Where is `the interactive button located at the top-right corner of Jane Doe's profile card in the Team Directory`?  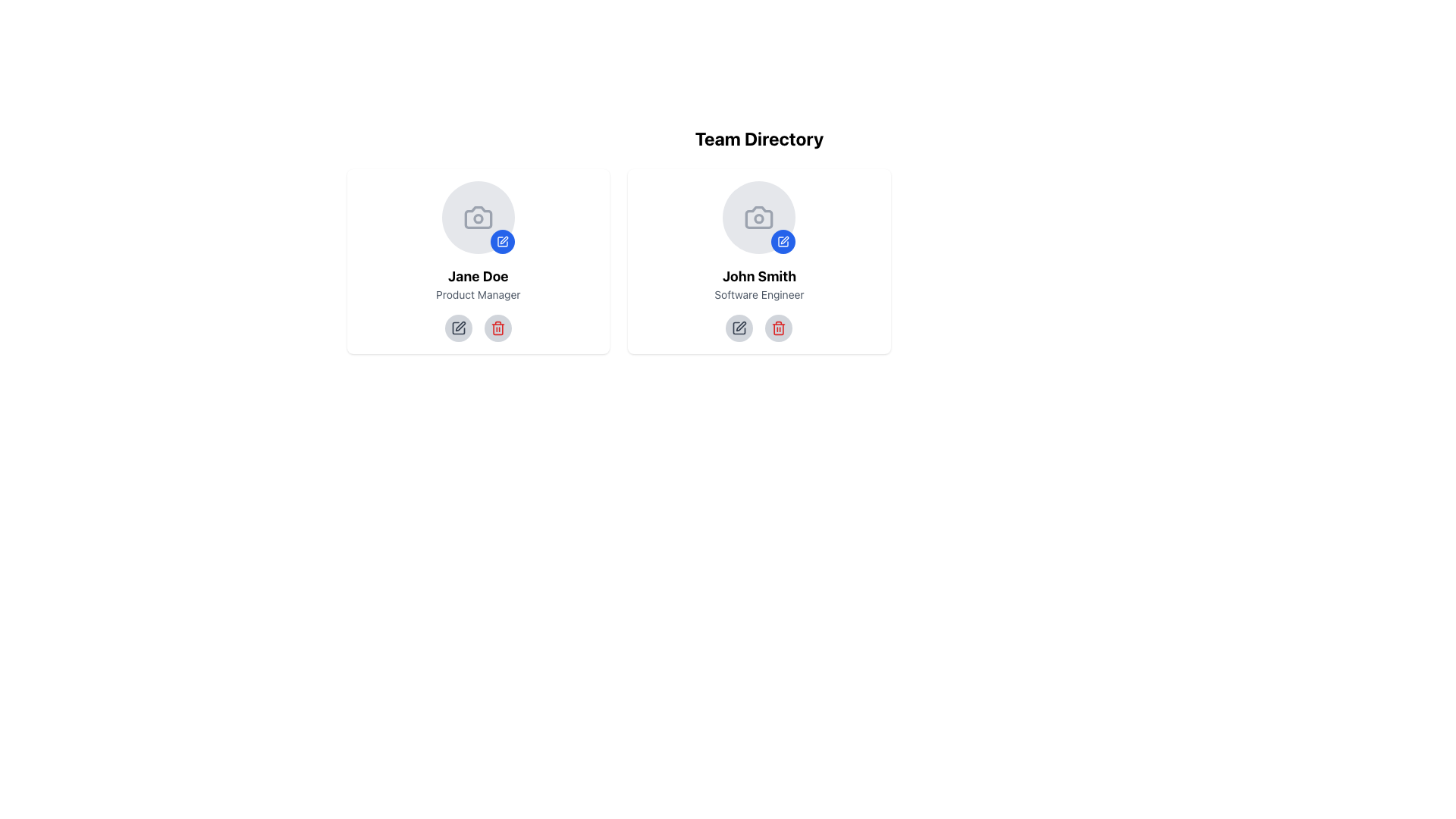
the interactive button located at the top-right corner of Jane Doe's profile card in the Team Directory is located at coordinates (502, 241).